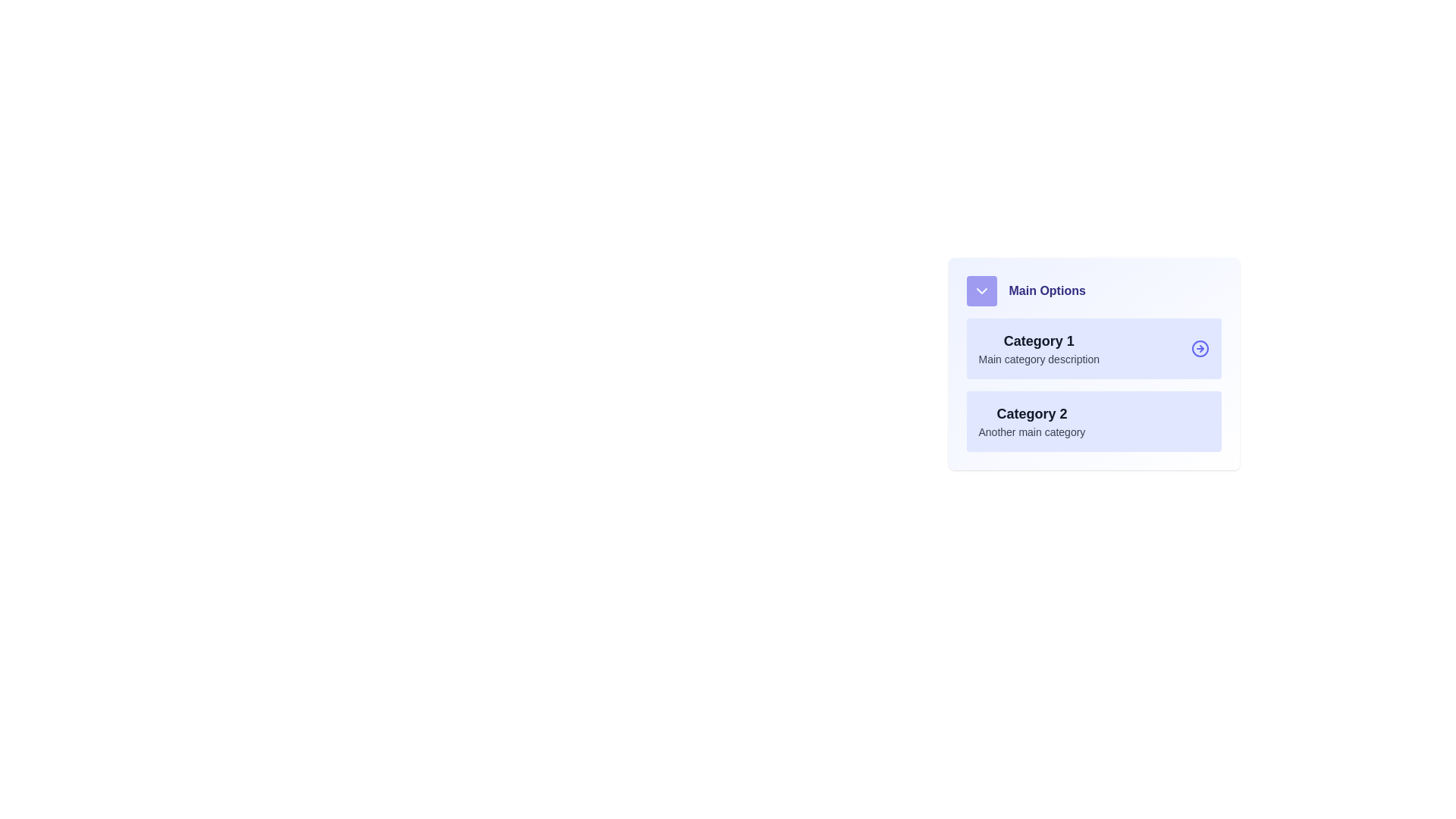 Image resolution: width=1456 pixels, height=819 pixels. Describe the element at coordinates (1046, 291) in the screenshot. I see `the static text label displaying 'Main Options' in bold indigo font` at that location.